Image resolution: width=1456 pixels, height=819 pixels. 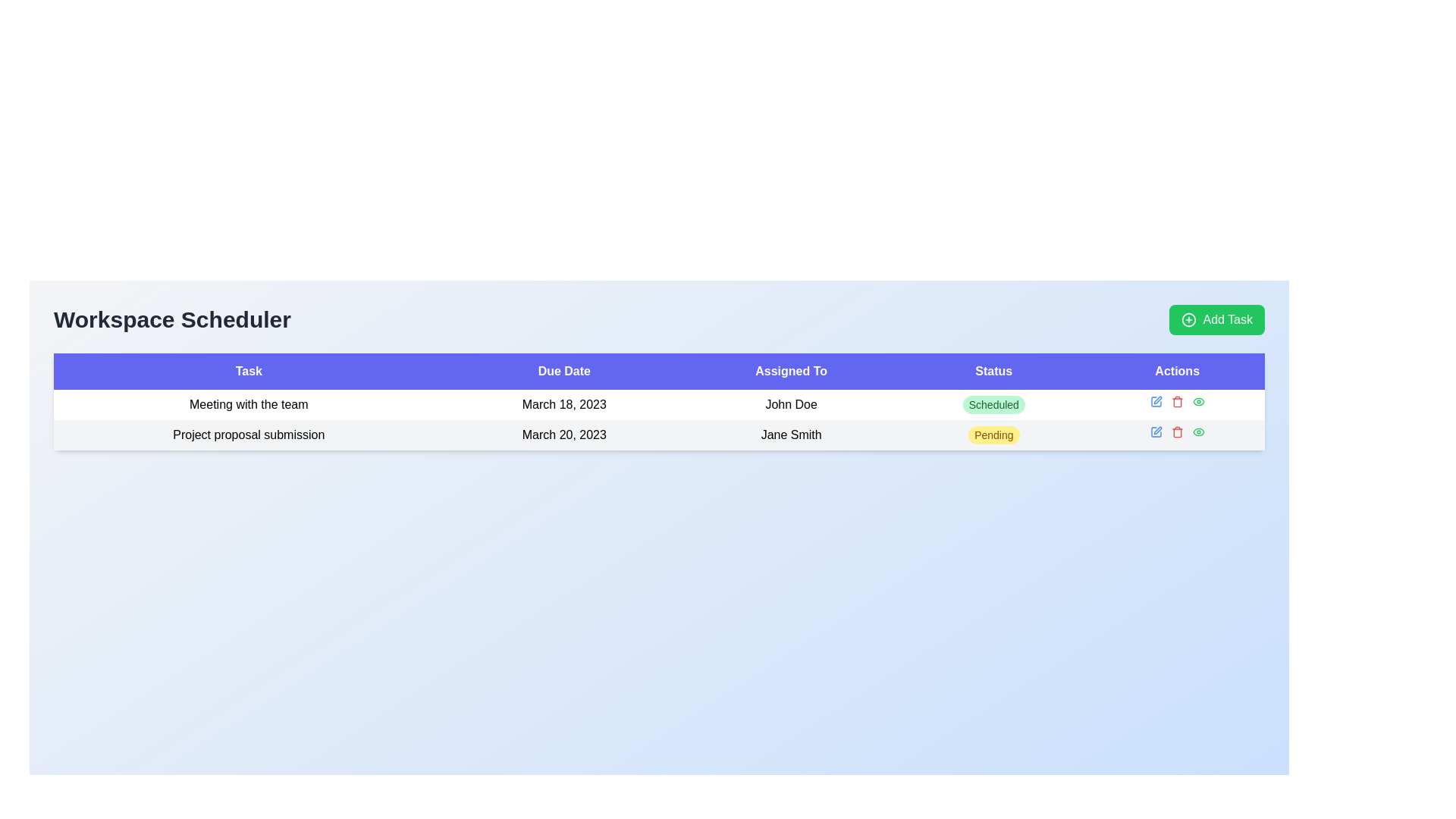 I want to click on the 'Status' table header cell, which has a blue background and white text, positioned between 'Assigned To' and 'Actions' in the table header row, so click(x=993, y=371).